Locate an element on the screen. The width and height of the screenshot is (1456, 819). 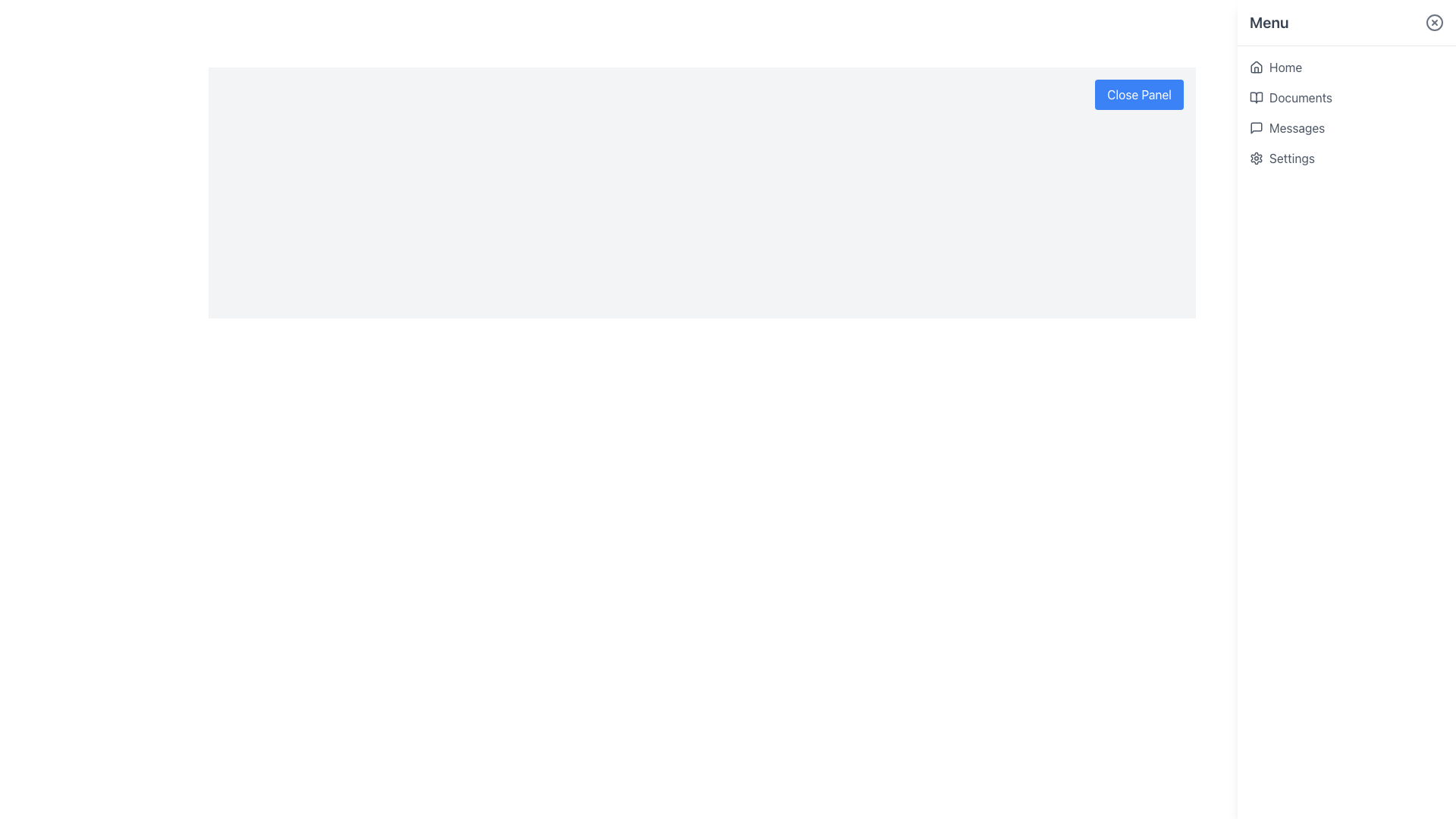
the 'Messages' icon in the right sidebar menu is located at coordinates (1256, 127).